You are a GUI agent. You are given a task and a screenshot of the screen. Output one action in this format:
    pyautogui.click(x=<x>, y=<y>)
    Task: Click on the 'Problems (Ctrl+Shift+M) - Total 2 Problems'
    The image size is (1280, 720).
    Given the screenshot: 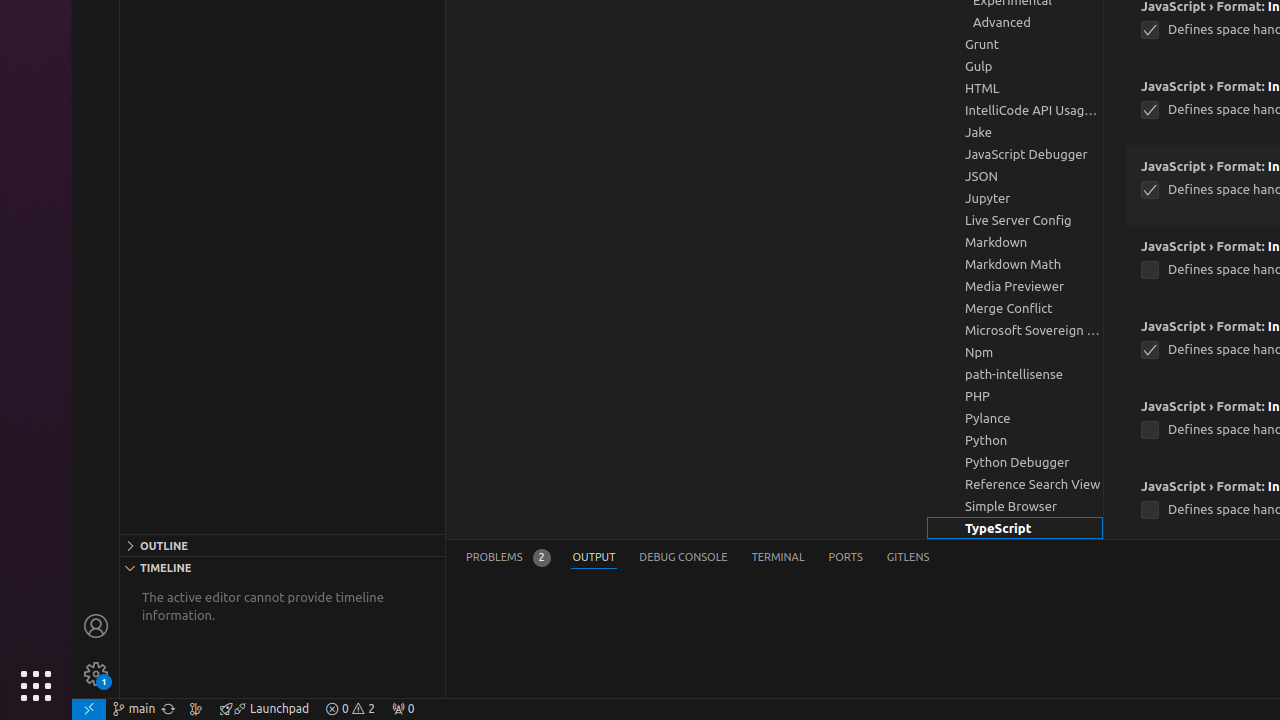 What is the action you would take?
    pyautogui.click(x=507, y=557)
    